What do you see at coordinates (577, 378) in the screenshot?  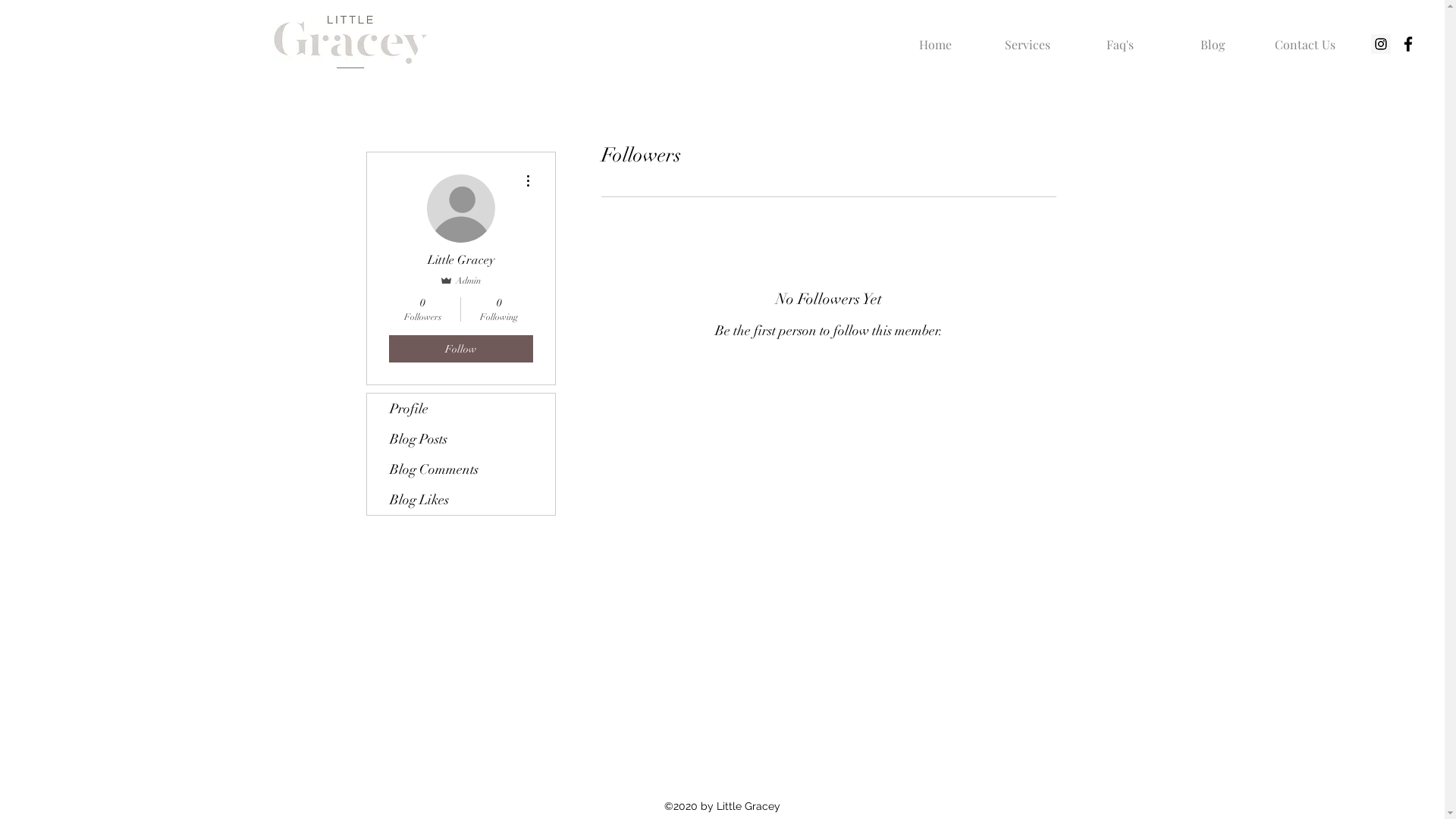 I see `'Followers'` at bounding box center [577, 378].